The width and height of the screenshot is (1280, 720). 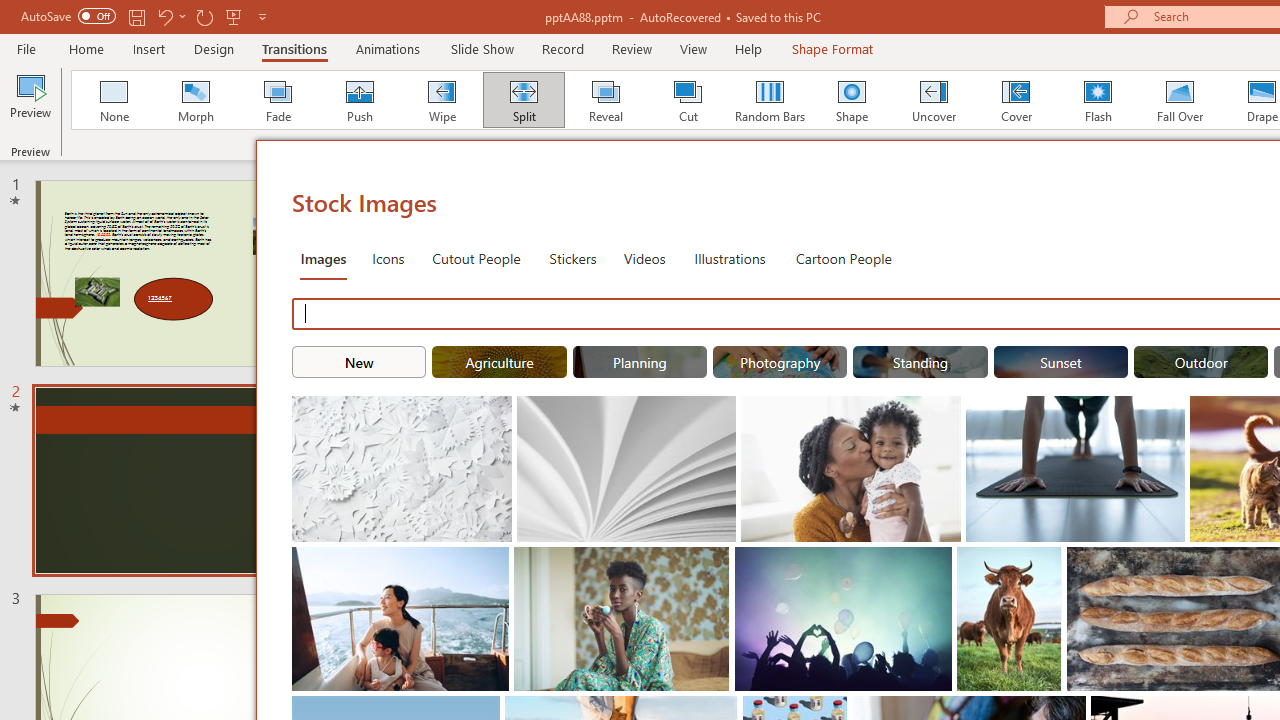 I want to click on 'Videos', so click(x=644, y=257).